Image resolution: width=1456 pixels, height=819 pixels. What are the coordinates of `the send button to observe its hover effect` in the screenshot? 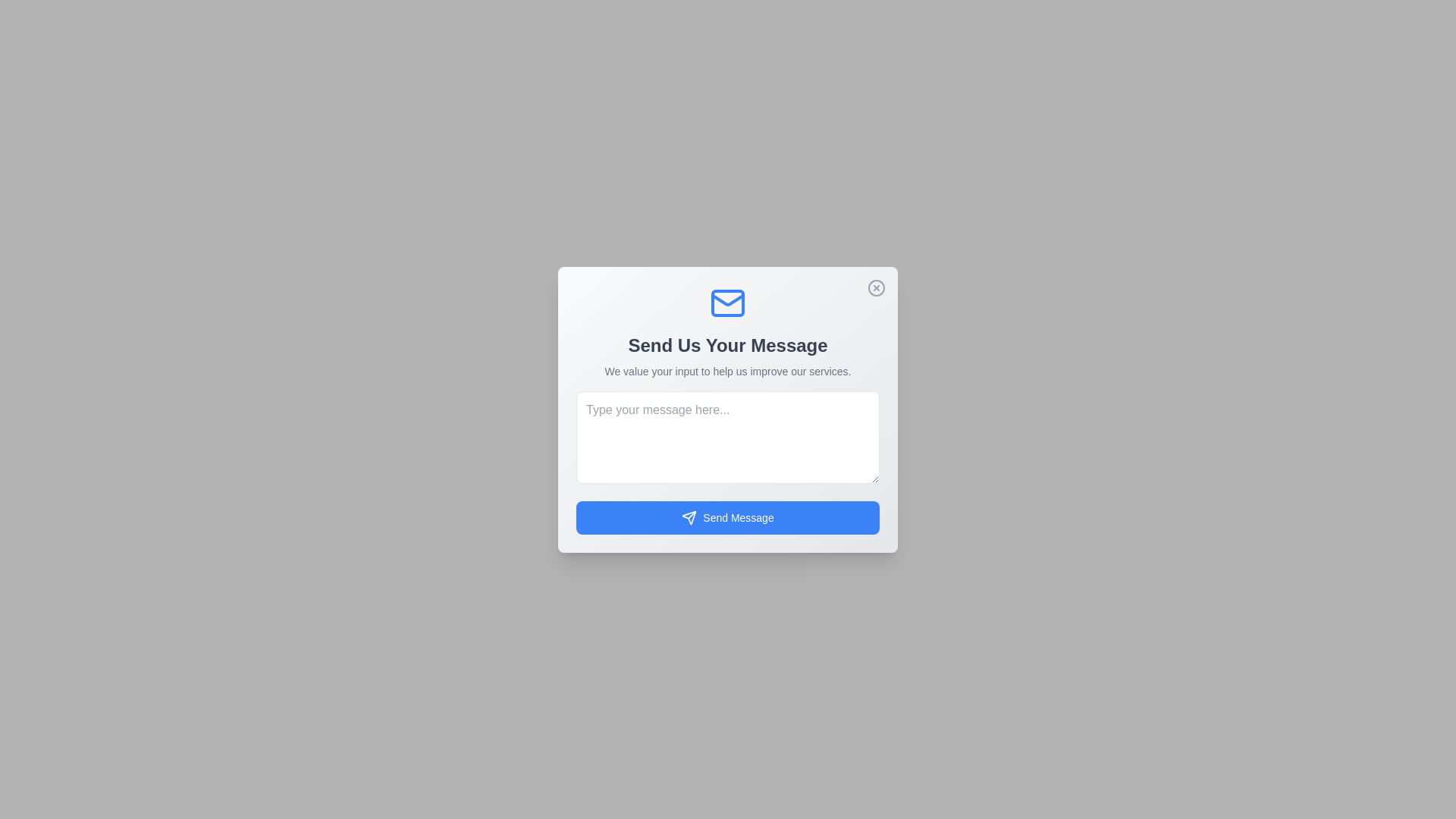 It's located at (728, 516).